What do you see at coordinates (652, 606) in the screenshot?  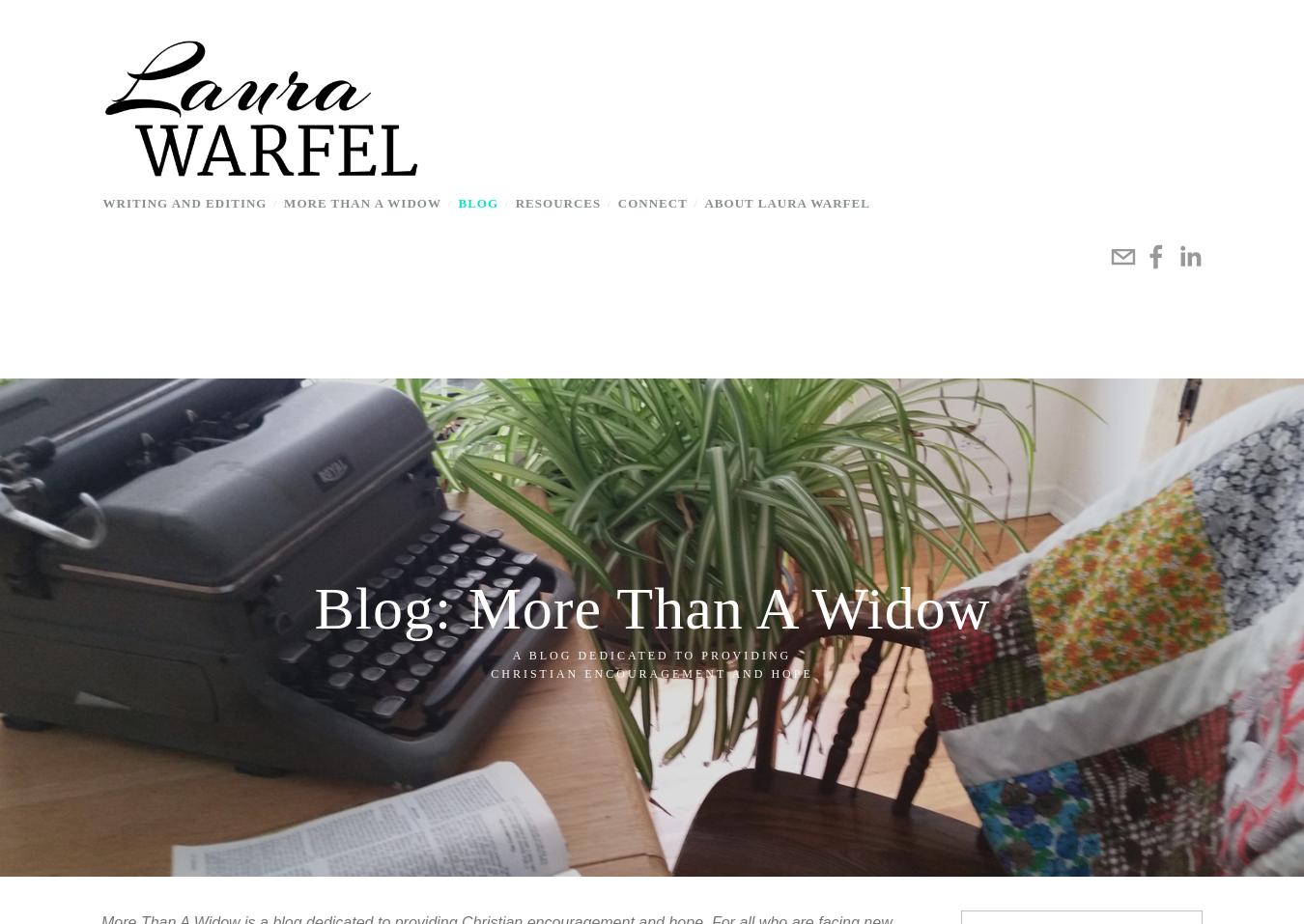 I see `'Blog: More Than A Widow'` at bounding box center [652, 606].